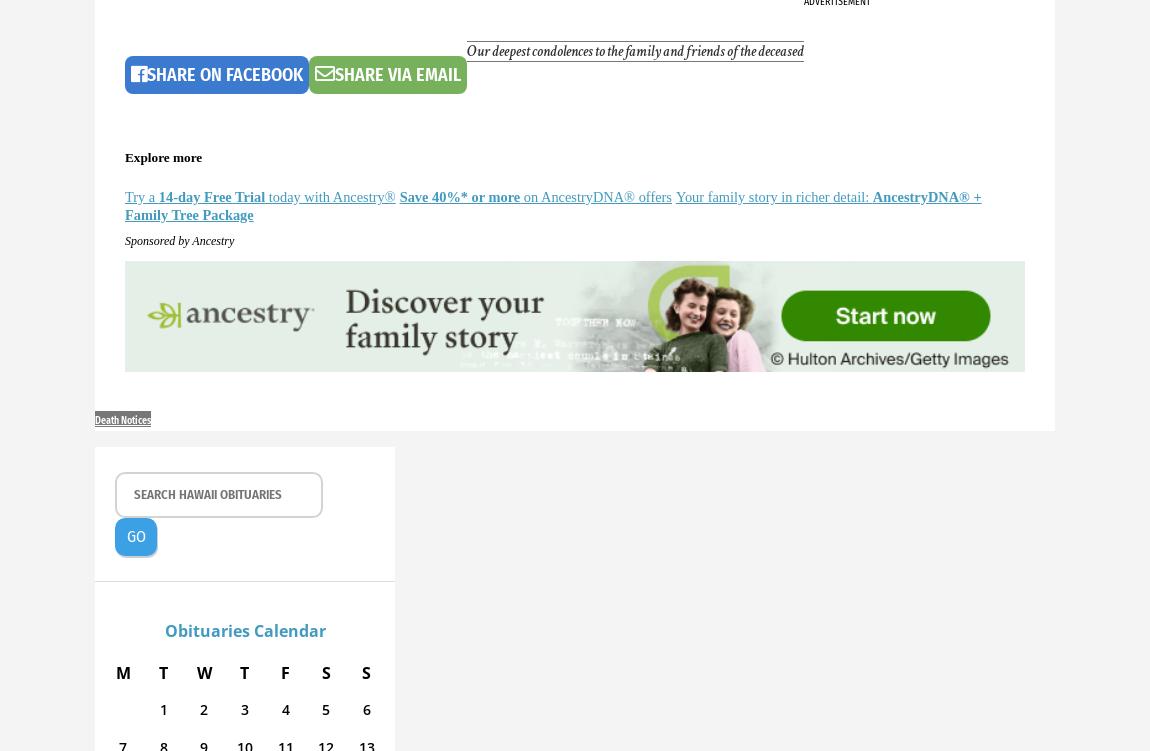 The image size is (1150, 751). I want to click on 'Try a', so click(140, 196).